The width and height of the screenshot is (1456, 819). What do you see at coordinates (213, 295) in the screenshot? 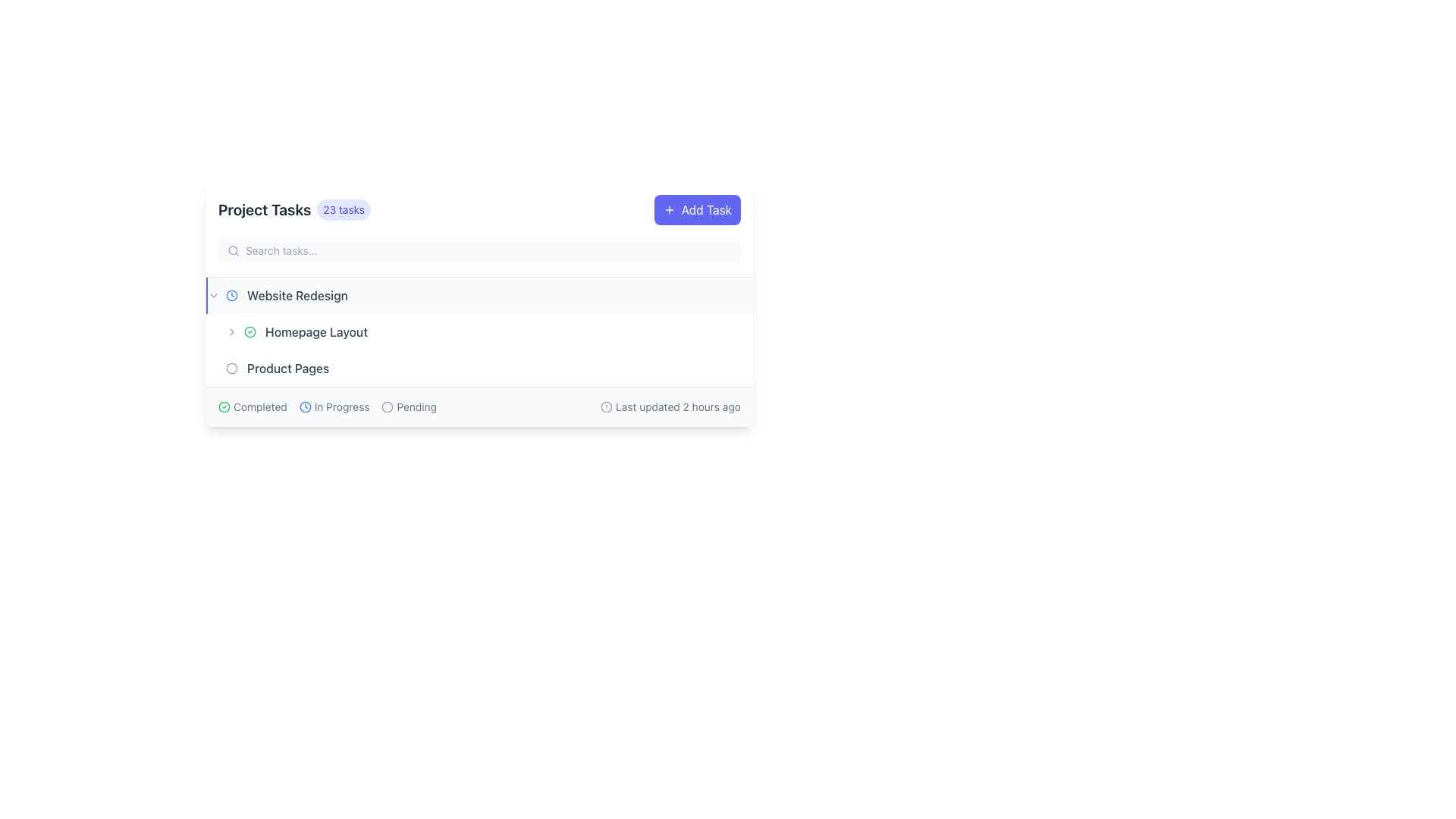
I see `the small, downward-pointing chevron icon` at bounding box center [213, 295].